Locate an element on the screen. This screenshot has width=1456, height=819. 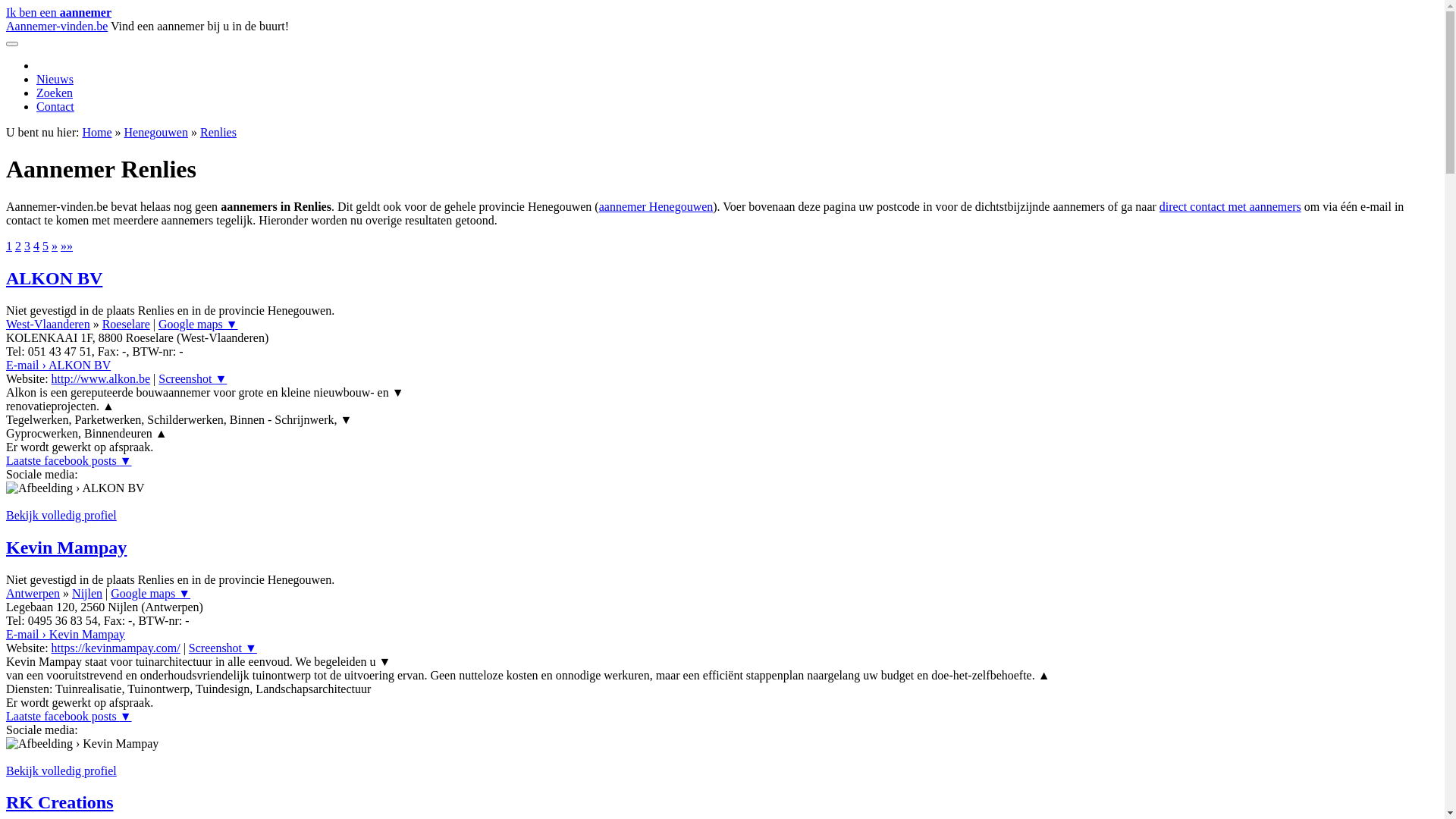
'Ik ben een aannemer' is located at coordinates (58, 12).